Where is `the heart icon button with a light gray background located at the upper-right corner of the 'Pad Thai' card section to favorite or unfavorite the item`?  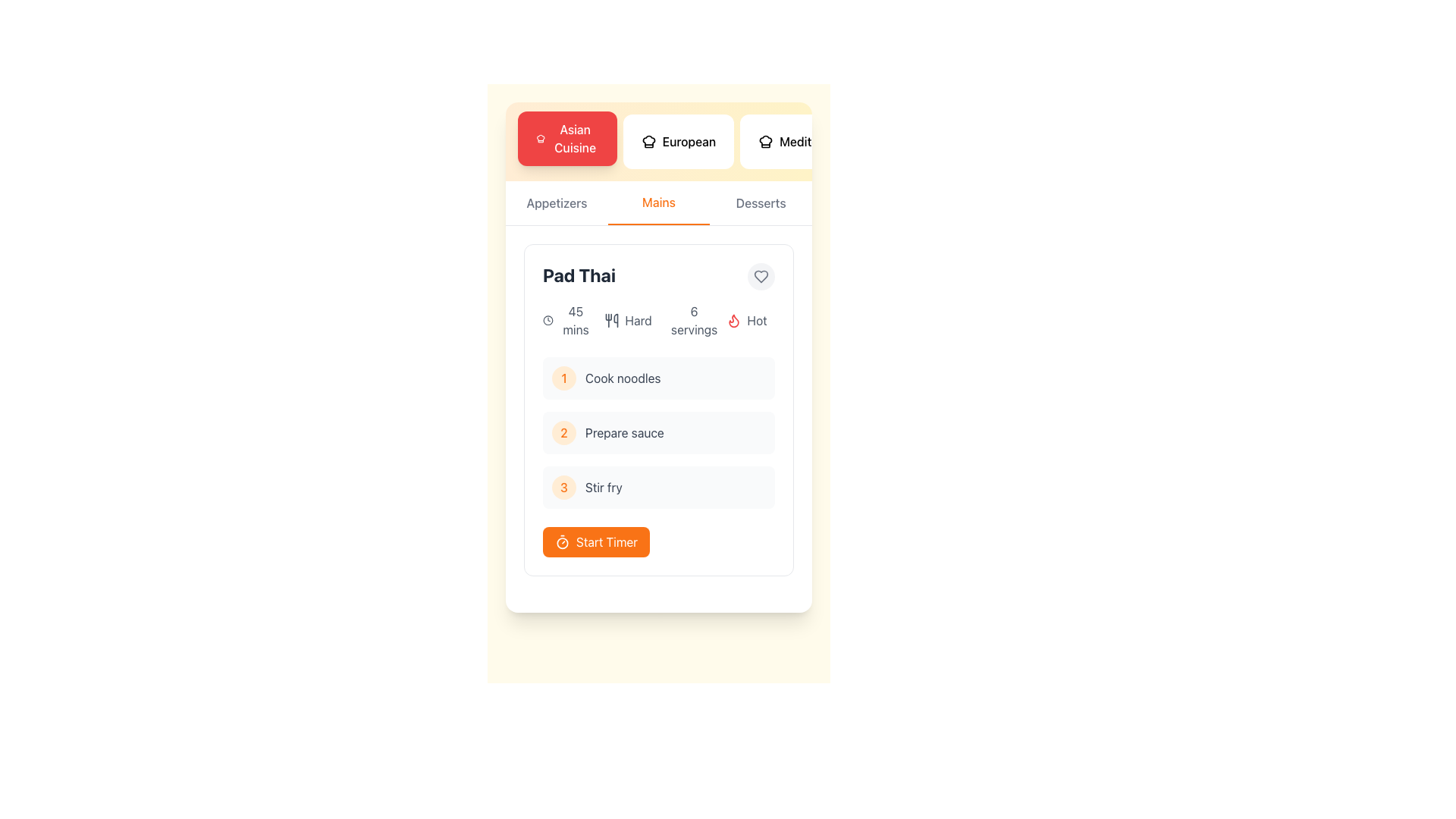
the heart icon button with a light gray background located at the upper-right corner of the 'Pad Thai' card section to favorite or unfavorite the item is located at coordinates (761, 277).